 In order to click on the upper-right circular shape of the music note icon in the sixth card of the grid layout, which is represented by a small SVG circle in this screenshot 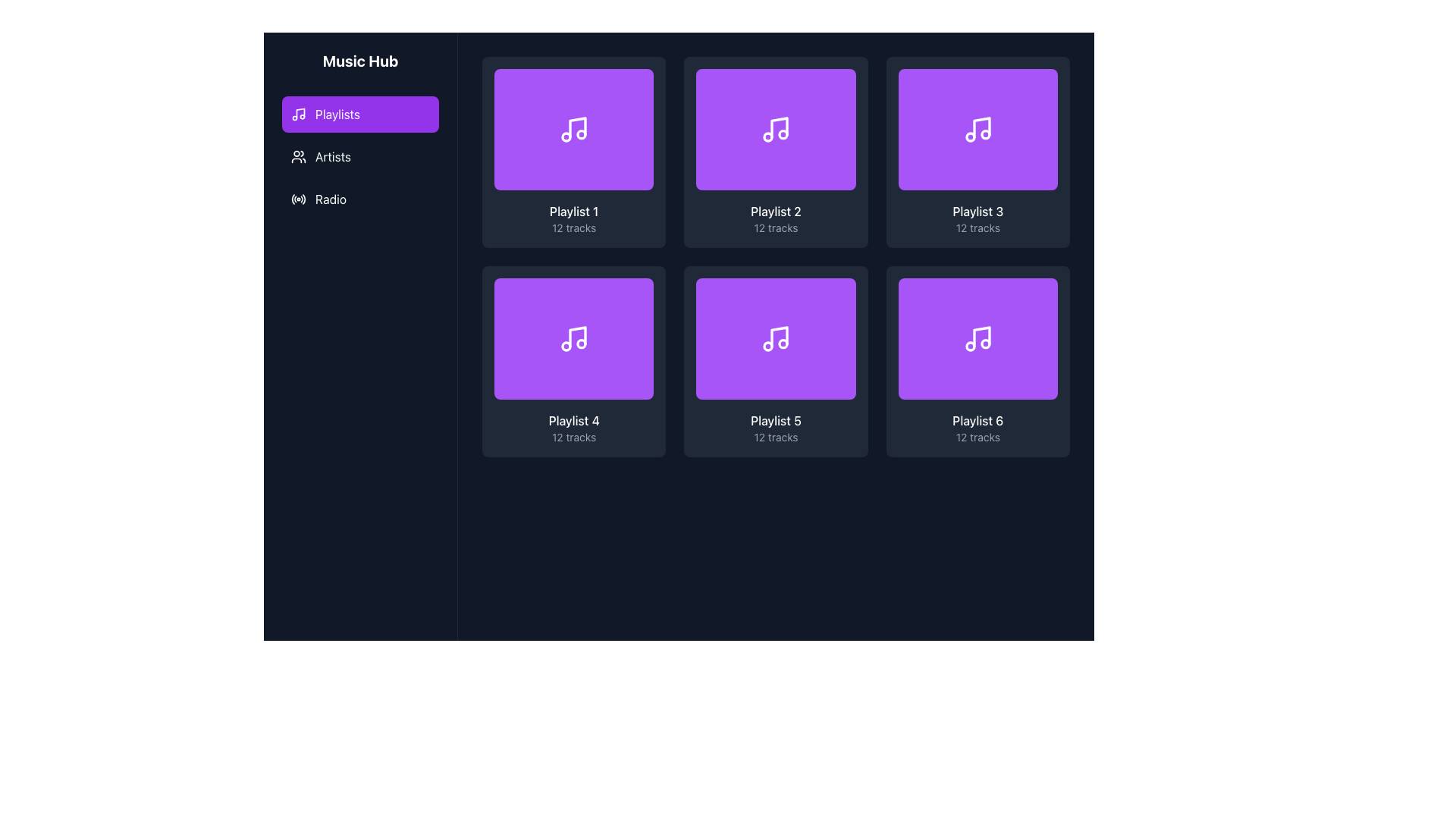, I will do `click(985, 344)`.